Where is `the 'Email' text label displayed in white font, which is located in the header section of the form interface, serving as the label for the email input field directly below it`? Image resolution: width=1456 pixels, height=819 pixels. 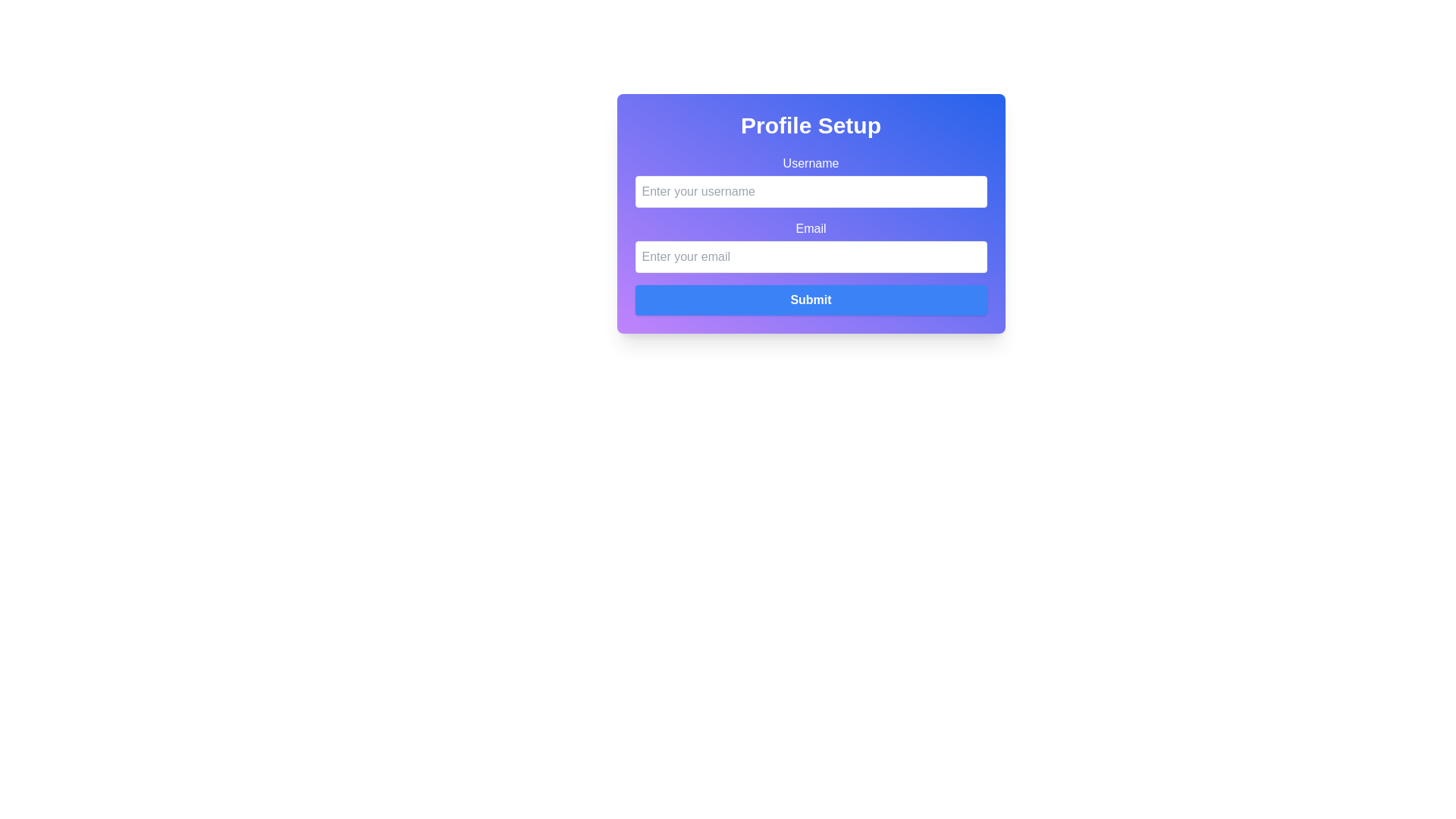 the 'Email' text label displayed in white font, which is located in the header section of the form interface, serving as the label for the email input field directly below it is located at coordinates (810, 228).